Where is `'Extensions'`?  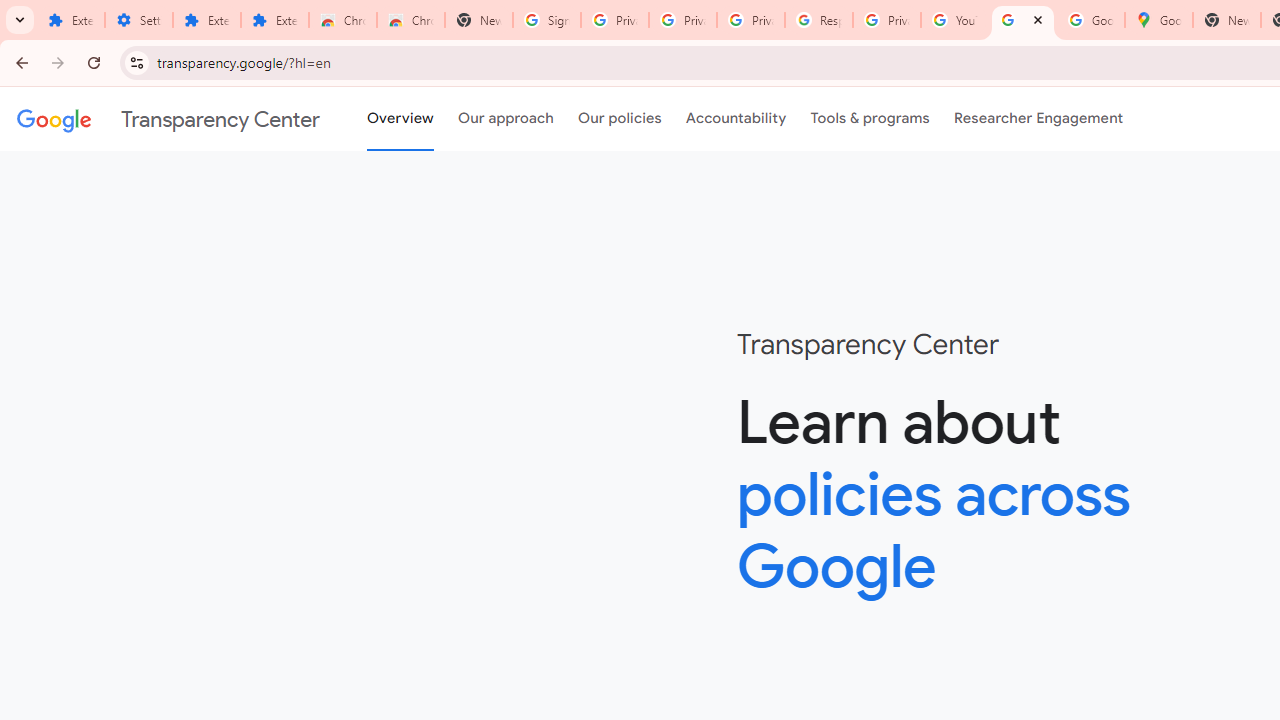
'Extensions' is located at coordinates (273, 20).